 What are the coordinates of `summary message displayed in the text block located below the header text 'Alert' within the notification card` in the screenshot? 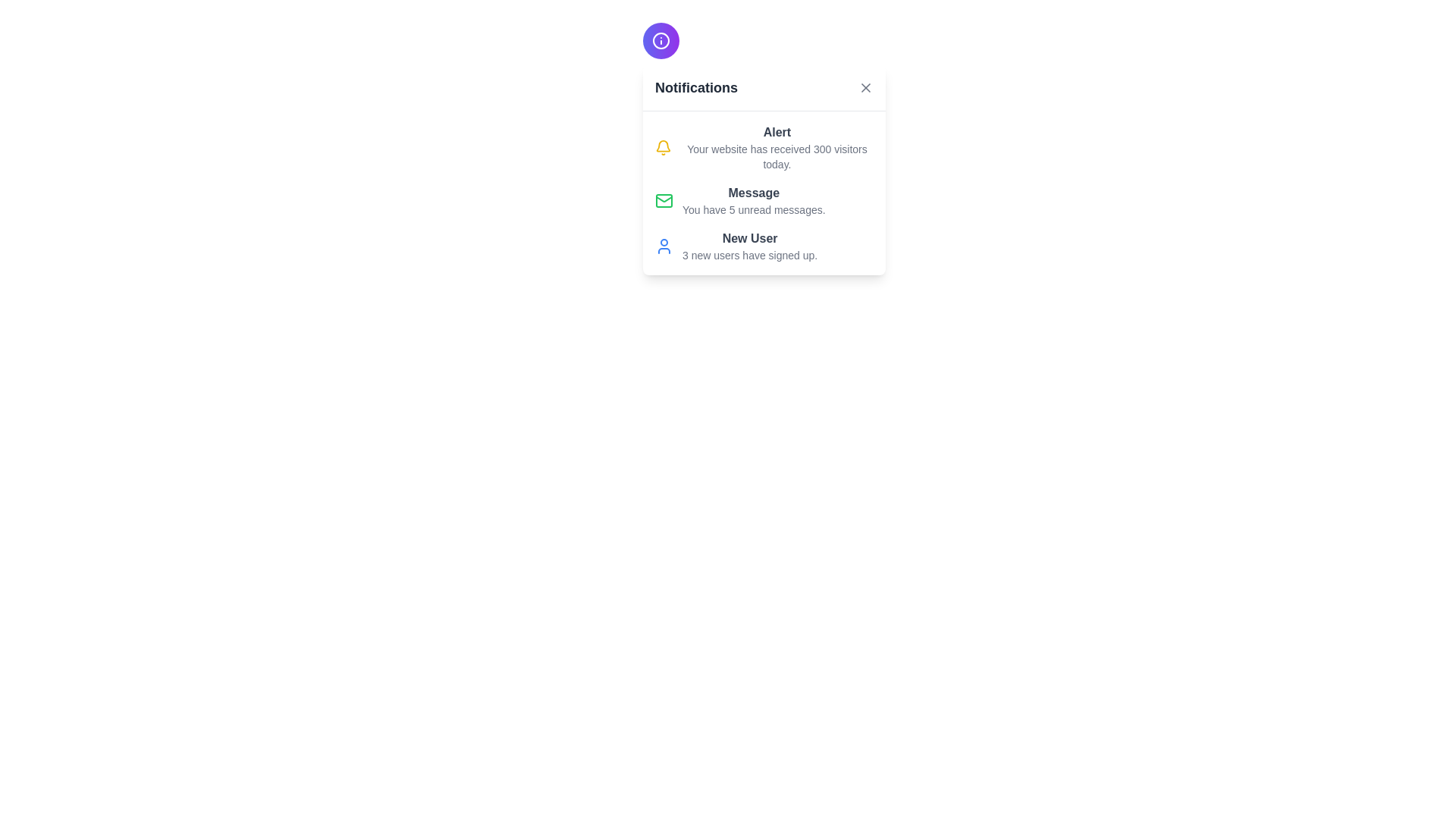 It's located at (777, 157).